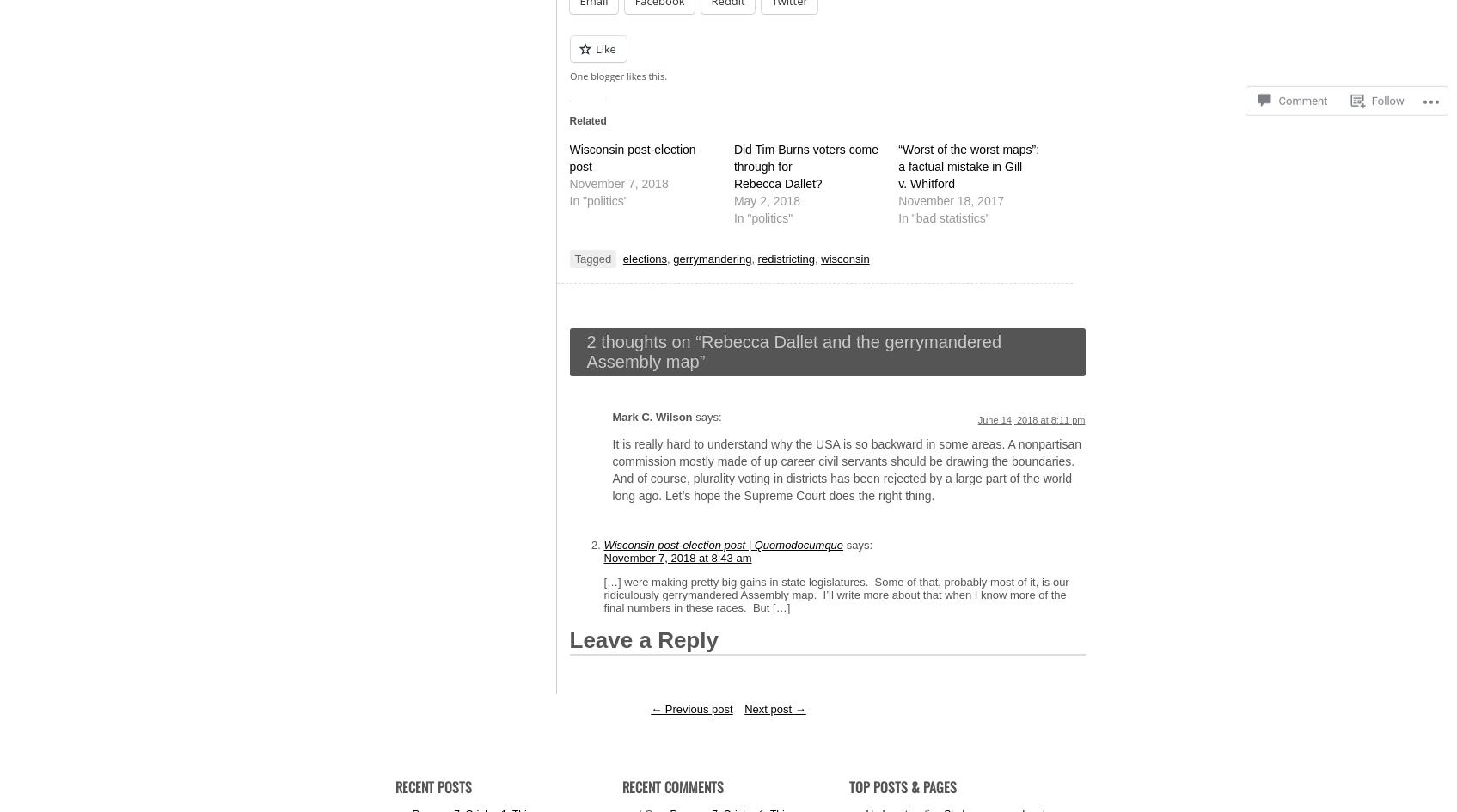 This screenshot has width=1457, height=812. Describe the element at coordinates (1370, 70) in the screenshot. I see `'Follow'` at that location.